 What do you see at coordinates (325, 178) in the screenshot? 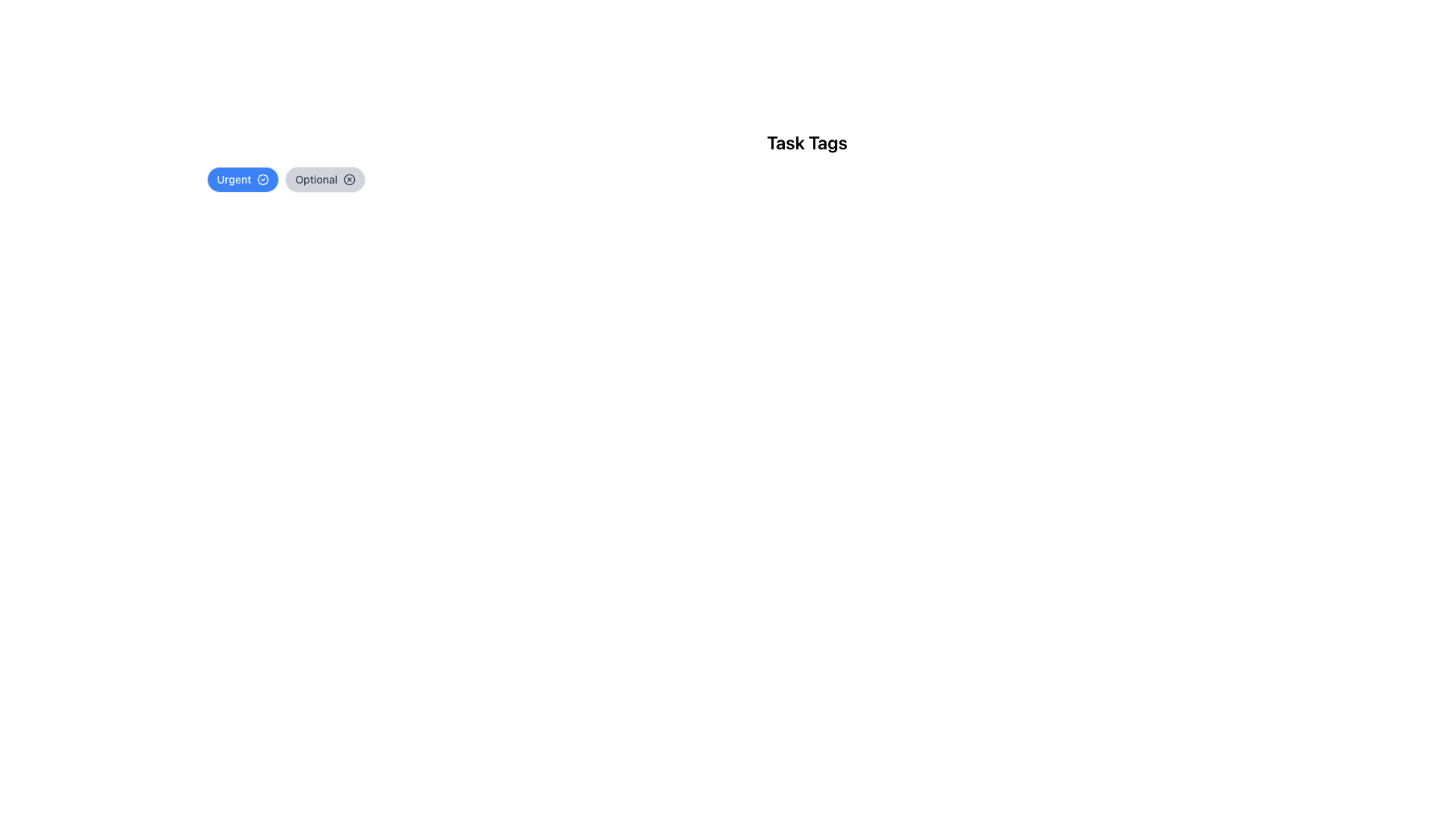
I see `the 'Optional' button which is a pill-shaped button styled in light gray with the word 'Optional' in dark gray and a small circular icon containing an 'x'` at bounding box center [325, 178].